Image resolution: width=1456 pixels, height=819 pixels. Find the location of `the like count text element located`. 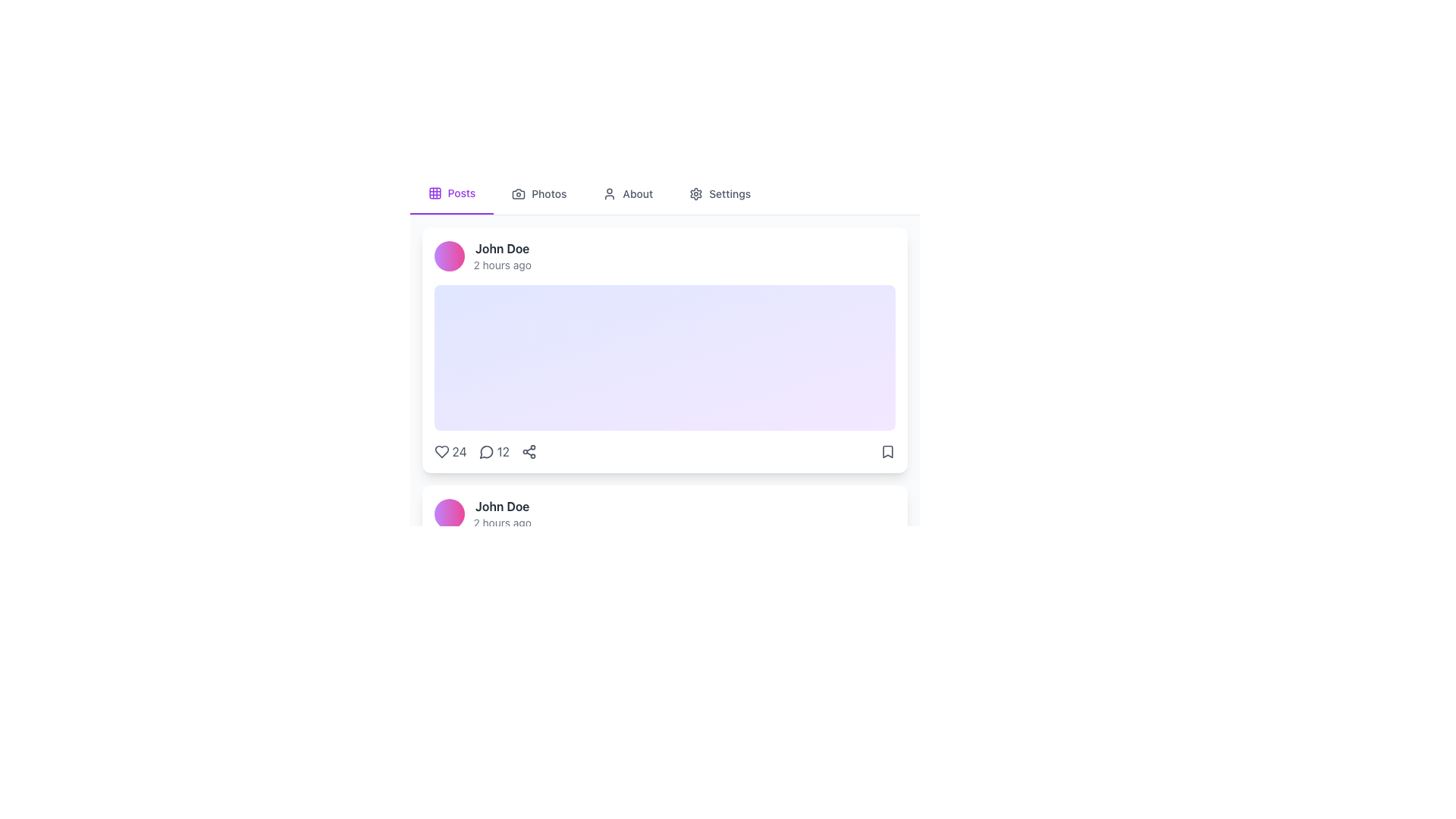

the like count text element located is located at coordinates (450, 451).